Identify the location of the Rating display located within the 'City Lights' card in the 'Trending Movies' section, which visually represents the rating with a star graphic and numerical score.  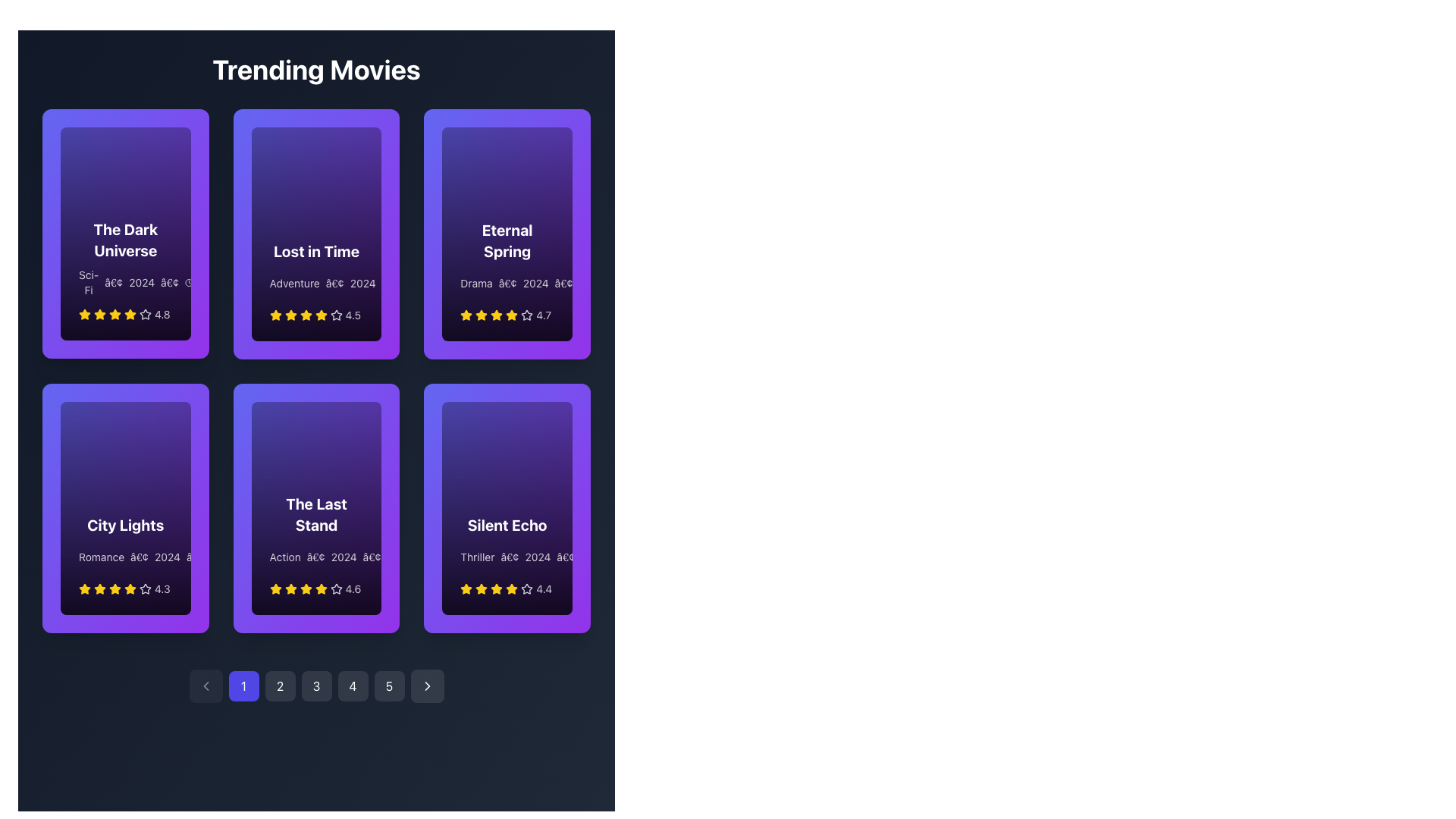
(125, 588).